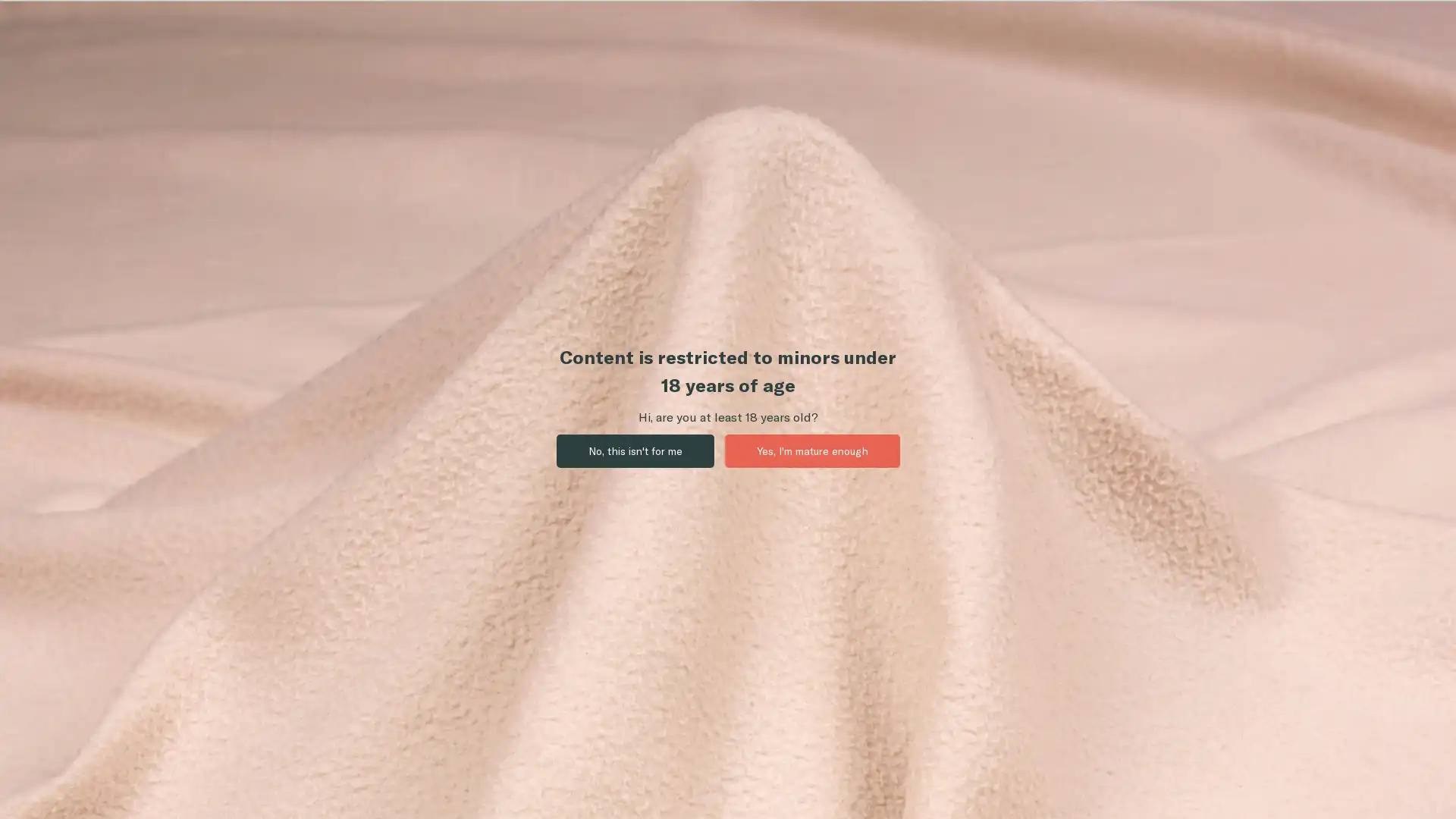 The width and height of the screenshot is (1456, 819). I want to click on Yes, I'm mature enough, so click(811, 450).